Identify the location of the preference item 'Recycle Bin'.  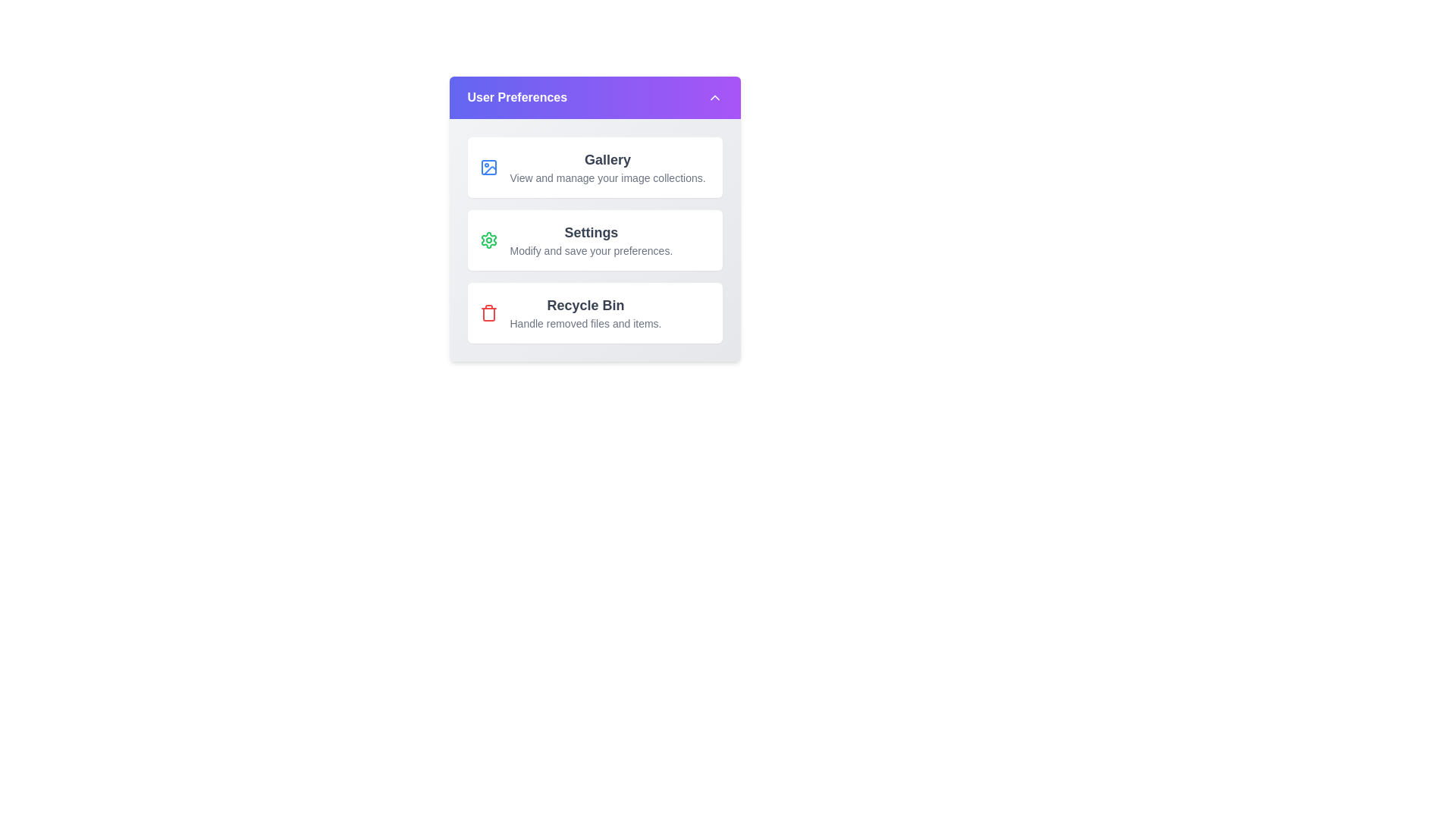
(594, 312).